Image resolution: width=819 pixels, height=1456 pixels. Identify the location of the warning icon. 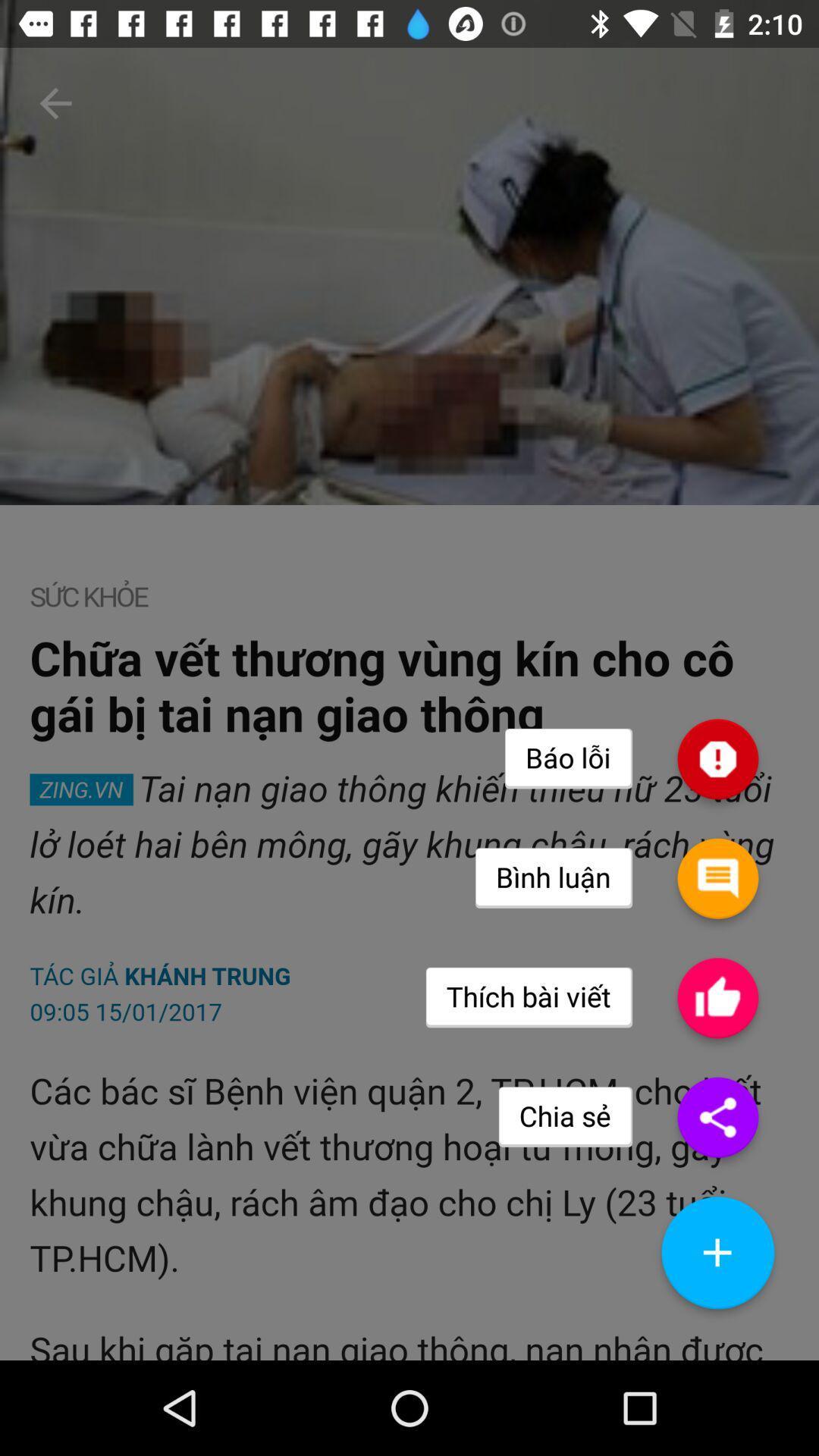
(717, 818).